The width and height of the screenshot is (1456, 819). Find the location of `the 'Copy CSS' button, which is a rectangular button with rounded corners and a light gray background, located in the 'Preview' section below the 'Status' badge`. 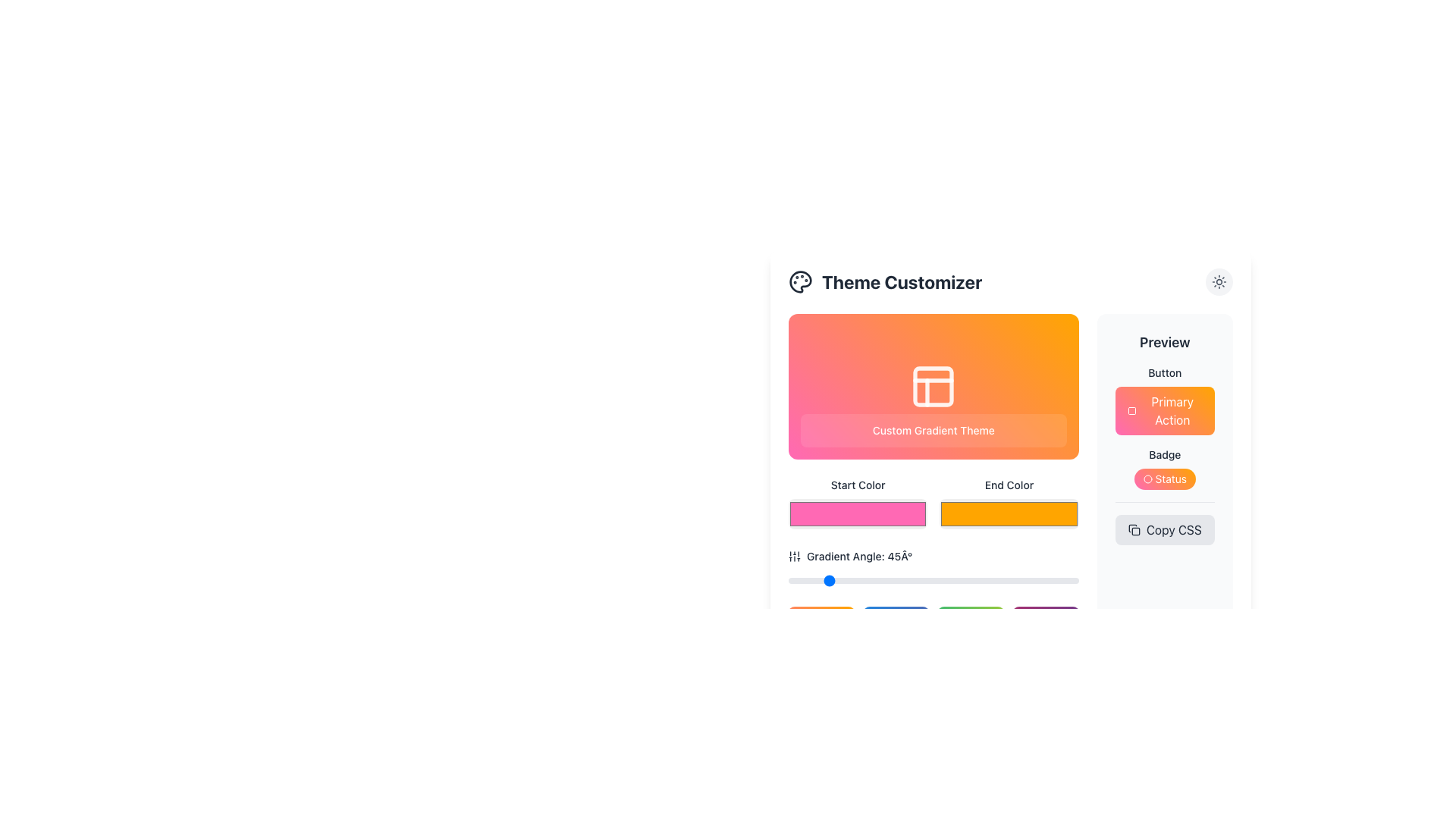

the 'Copy CSS' button, which is a rectangular button with rounded corners and a light gray background, located in the 'Preview' section below the 'Status' badge is located at coordinates (1164, 522).